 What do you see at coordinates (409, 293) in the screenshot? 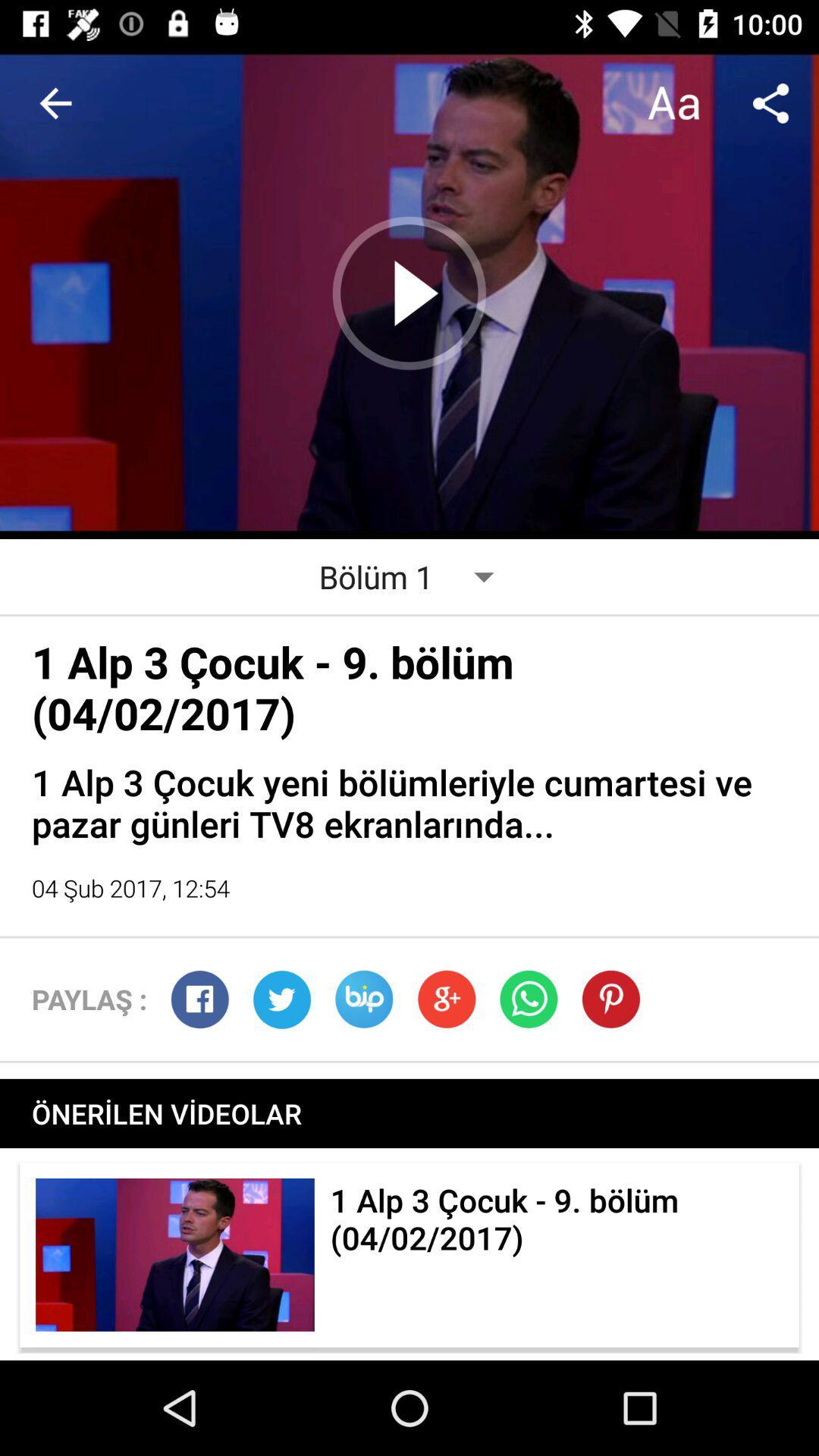
I see `the play icon` at bounding box center [409, 293].